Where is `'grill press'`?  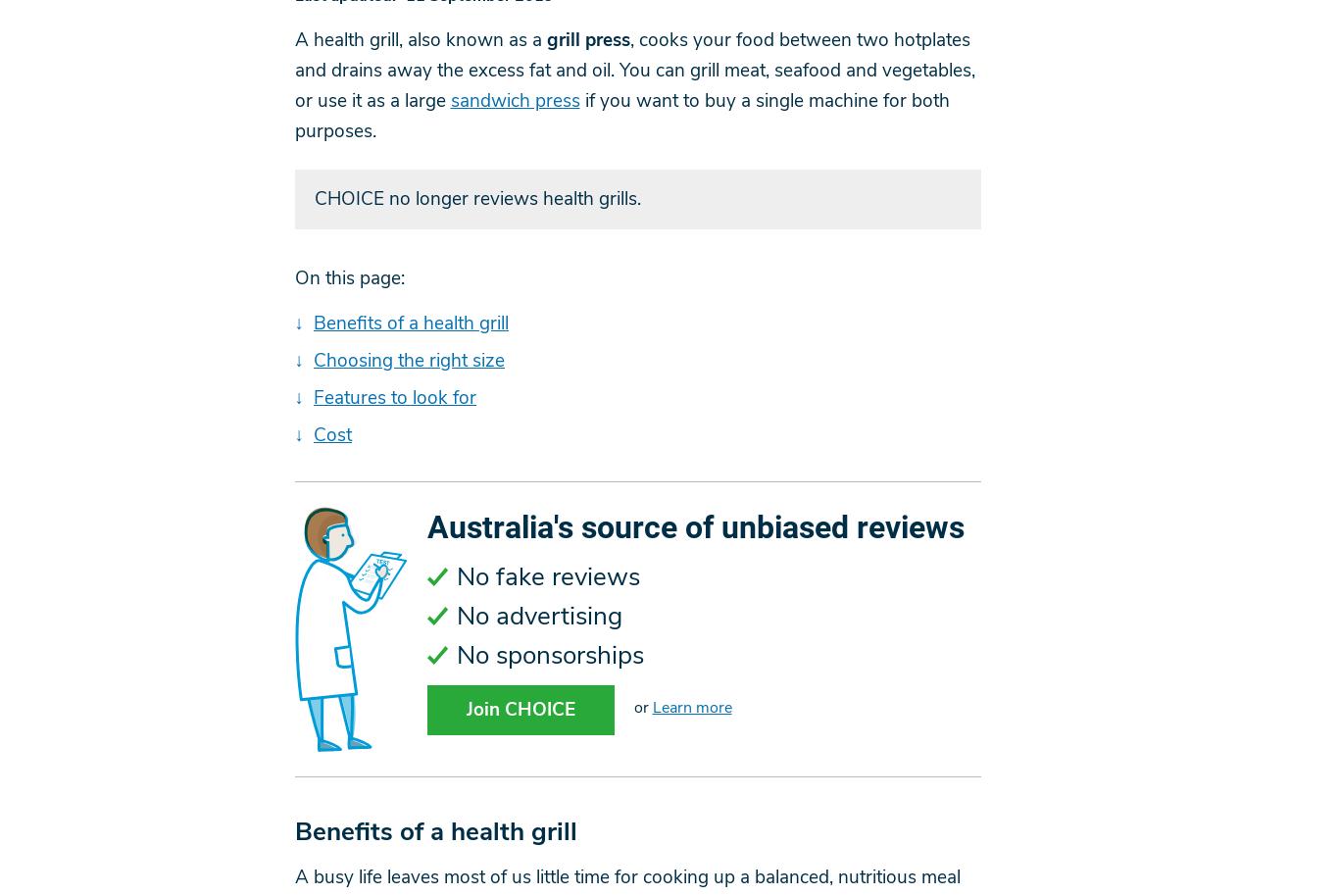 'grill press' is located at coordinates (586, 39).